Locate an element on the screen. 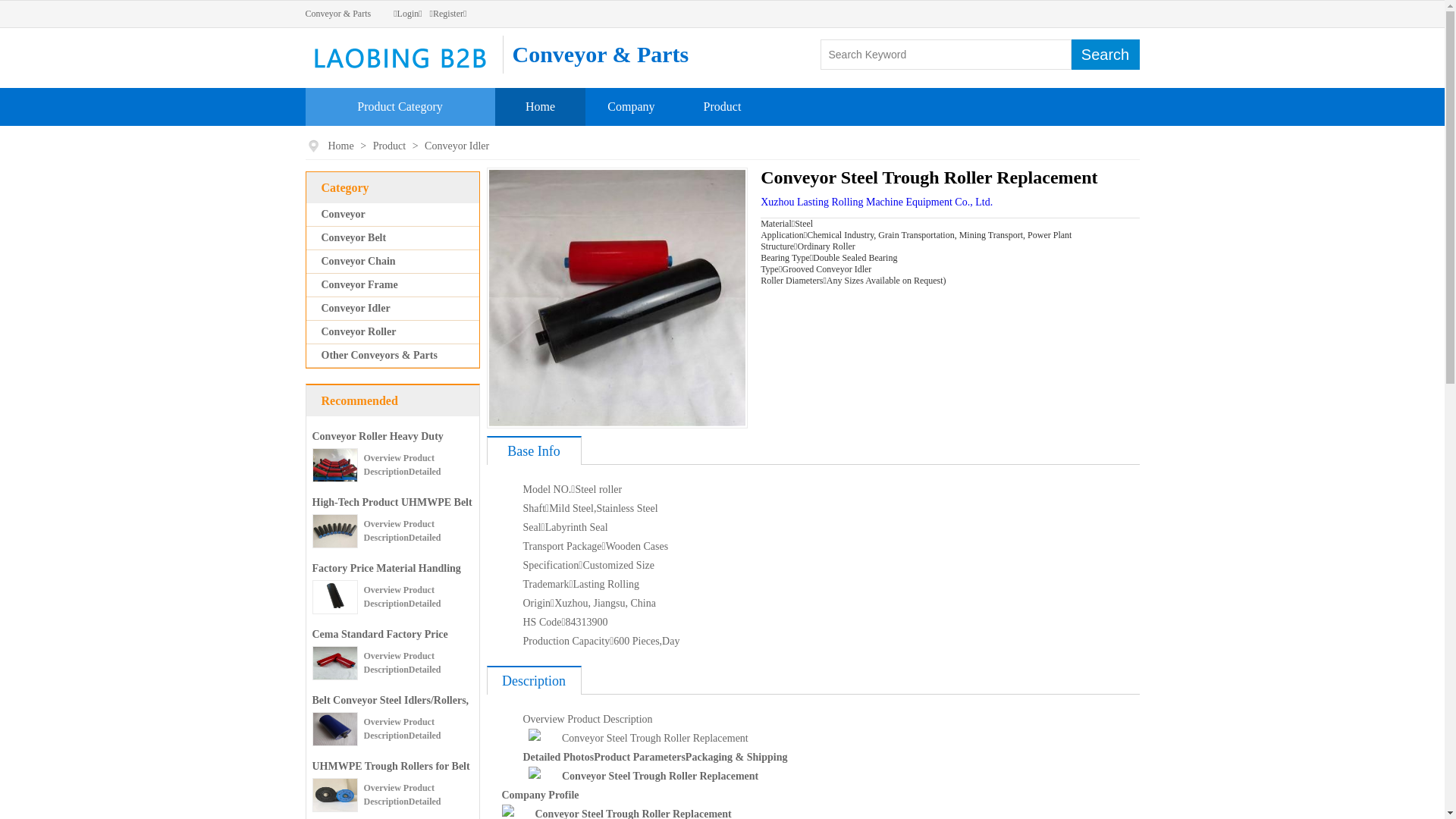 This screenshot has height=819, width=1456. 'Home' is located at coordinates (340, 146).